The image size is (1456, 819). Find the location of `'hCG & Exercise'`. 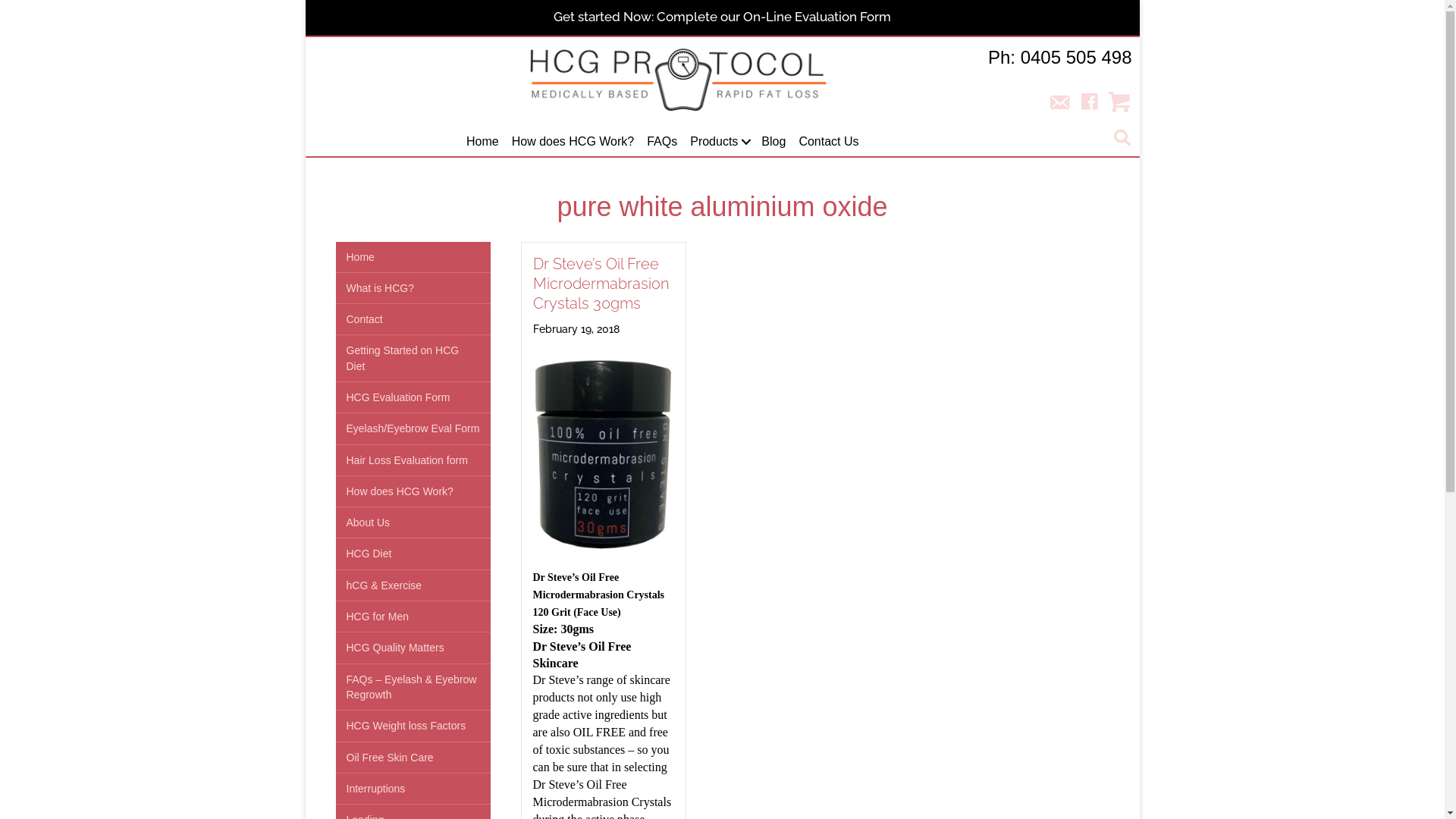

'hCG & Exercise' is located at coordinates (334, 584).